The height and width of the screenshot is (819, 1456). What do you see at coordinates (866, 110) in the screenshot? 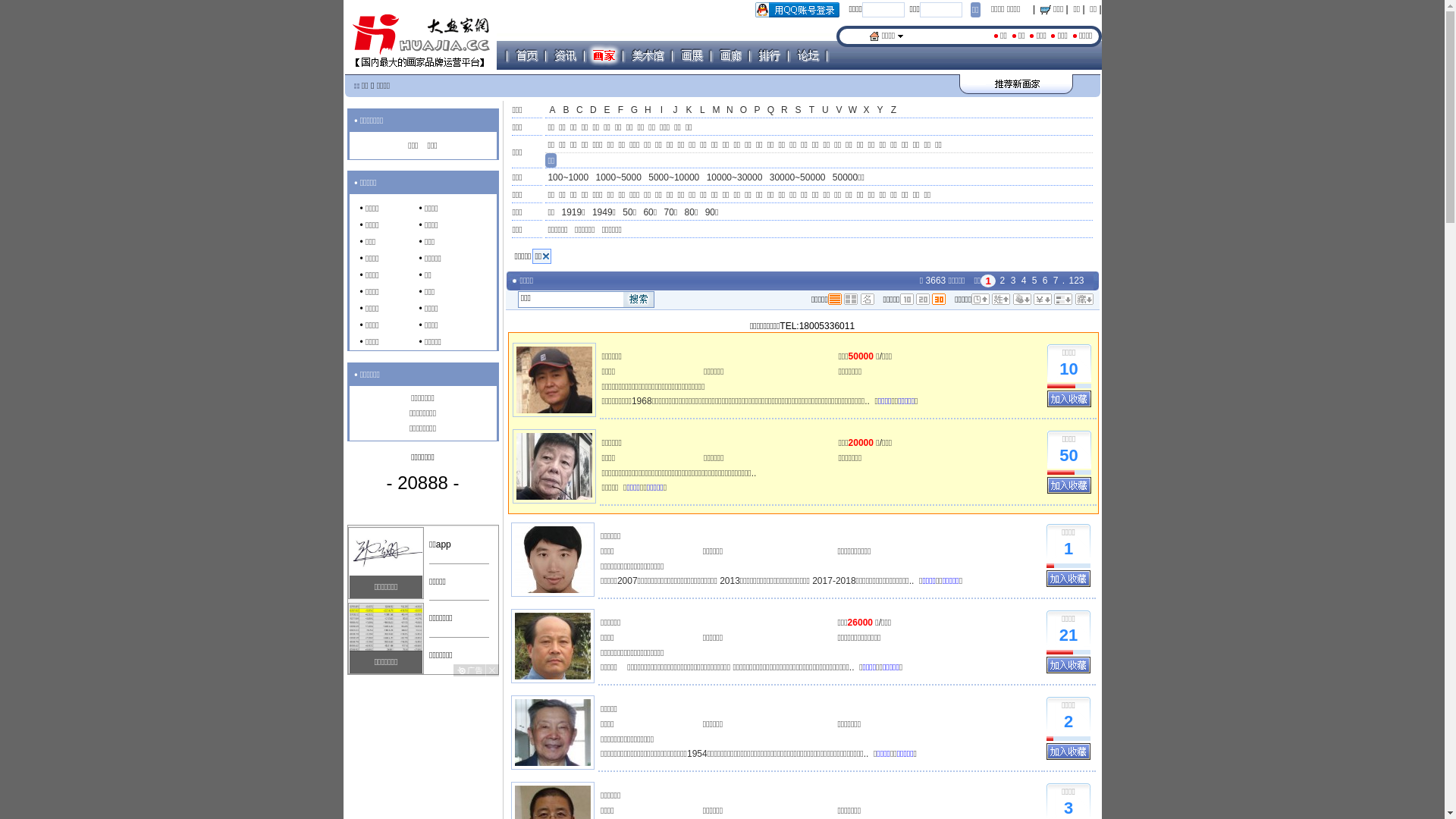
I see `'X'` at bounding box center [866, 110].